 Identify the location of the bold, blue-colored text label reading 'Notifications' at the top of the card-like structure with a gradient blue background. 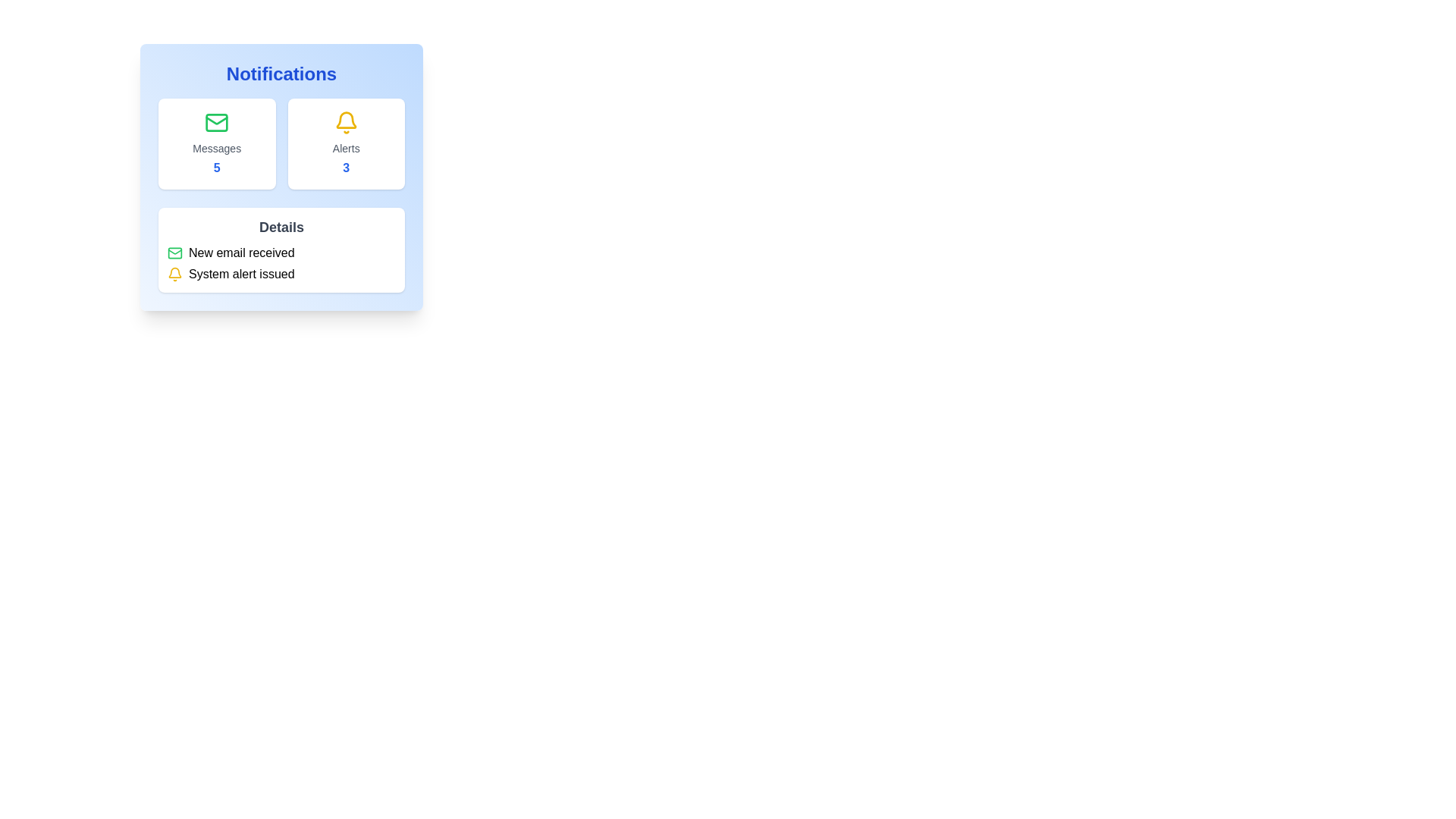
(281, 74).